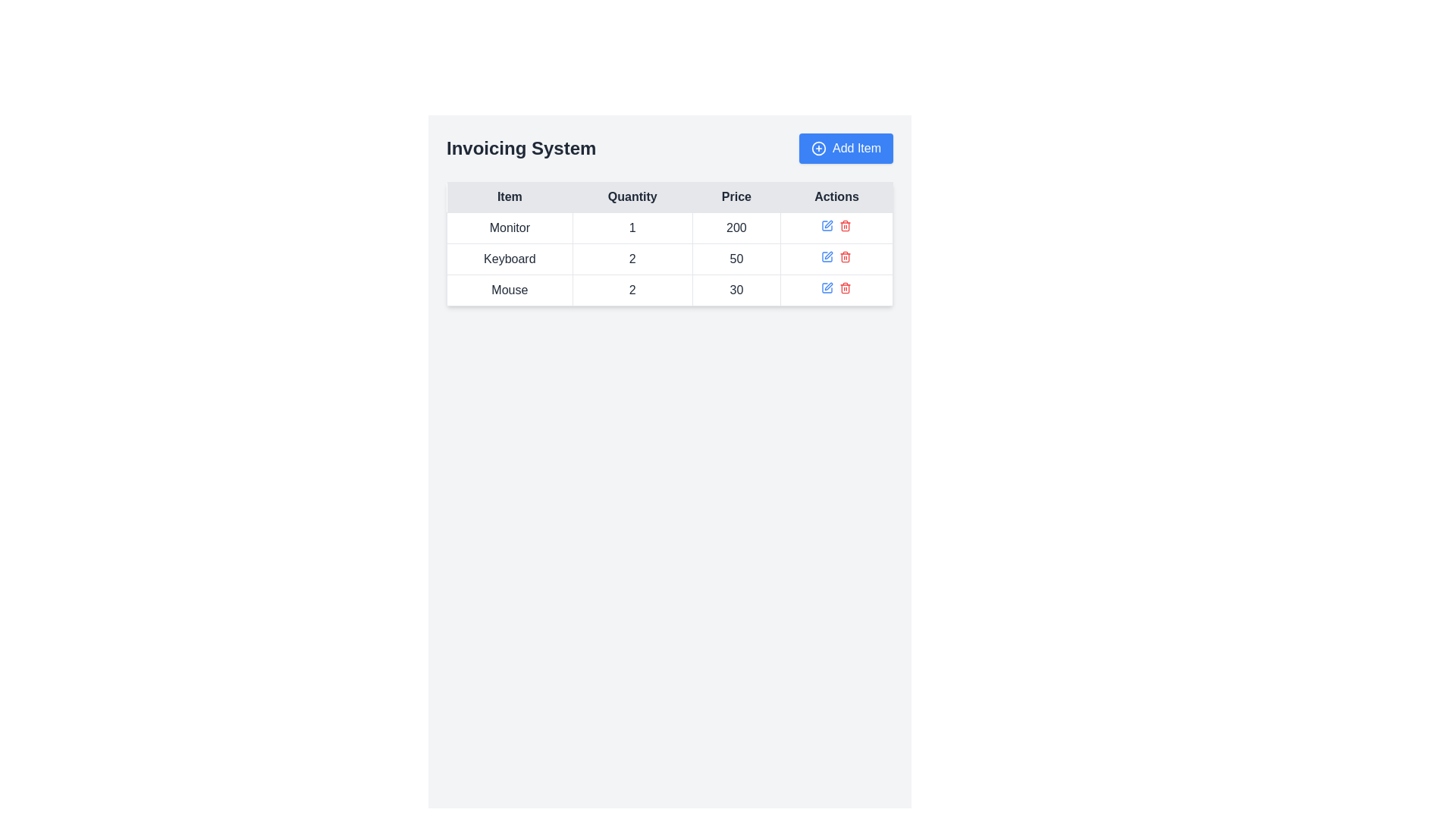 Image resolution: width=1456 pixels, height=819 pixels. I want to click on the first row of the invoice table displaying details for the item 'Monitor', so click(669, 227).